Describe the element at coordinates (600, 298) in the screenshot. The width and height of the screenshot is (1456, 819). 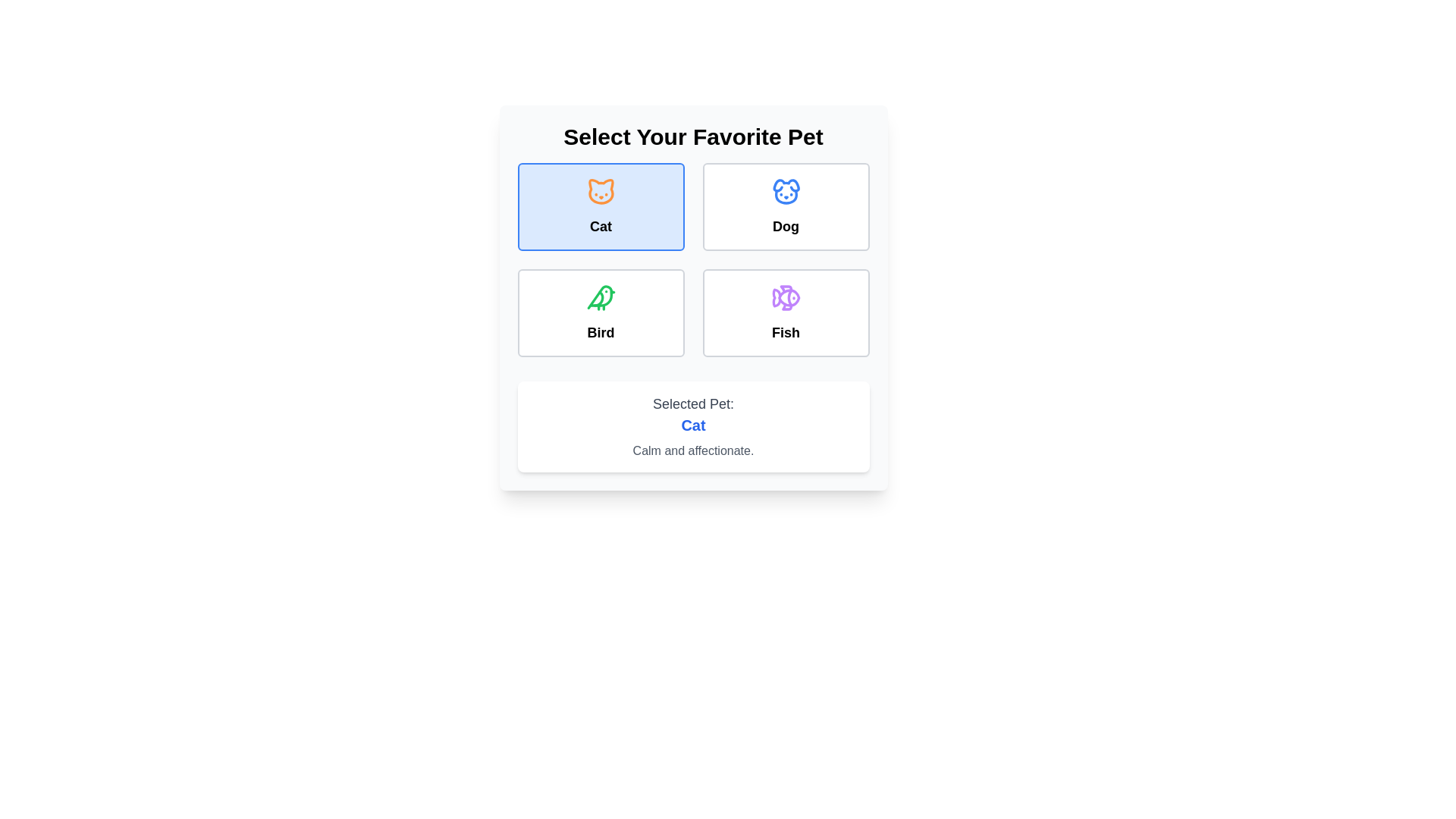
I see `the 'Bird' SVG icon in the pet selection interface` at that location.